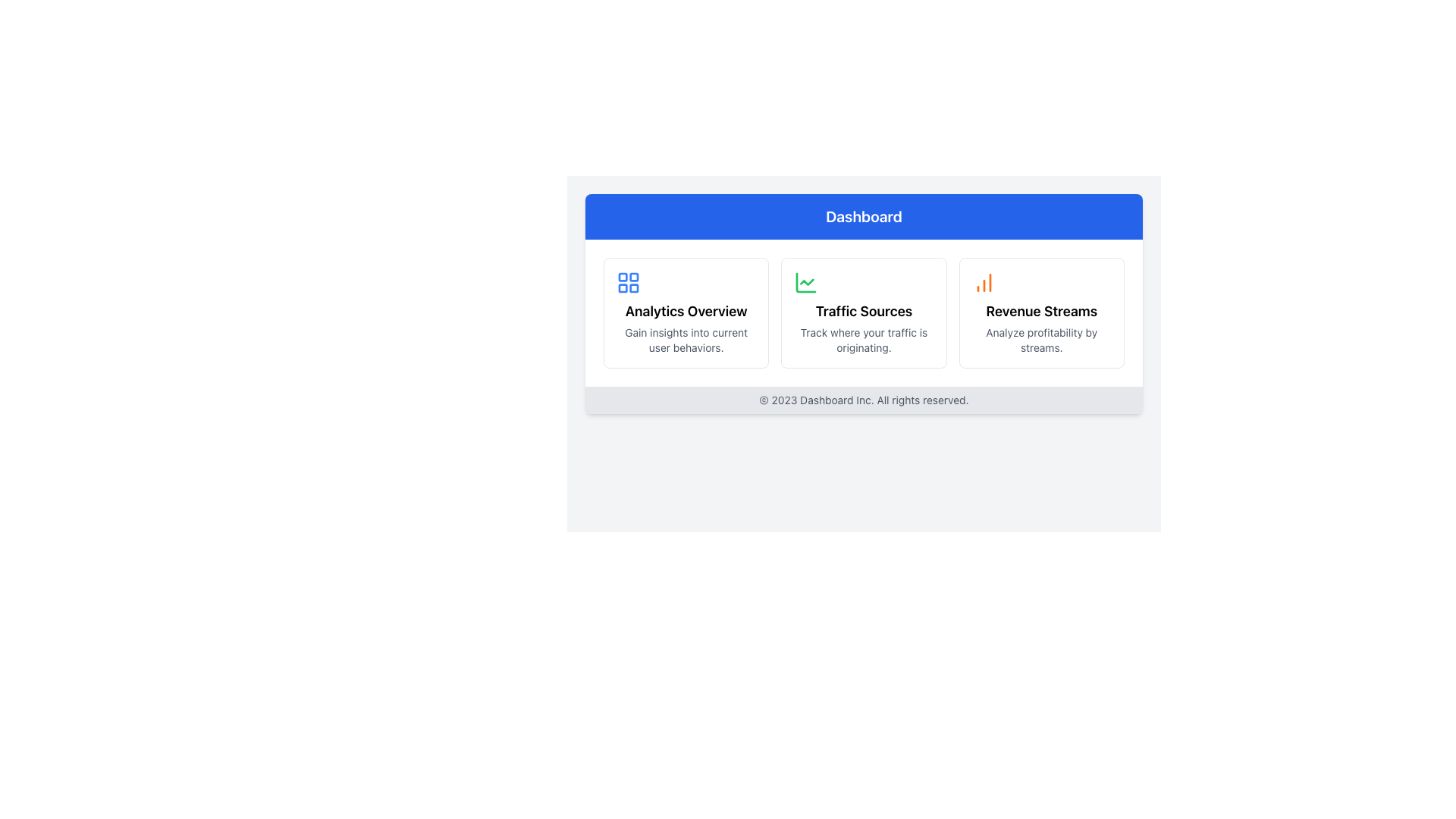 Image resolution: width=1456 pixels, height=819 pixels. Describe the element at coordinates (623, 277) in the screenshot. I see `the top-left box of the 2x2 grid icon in the dashboard layout, which is a small, square-shaped box with rounded corners and a solid fill` at that location.